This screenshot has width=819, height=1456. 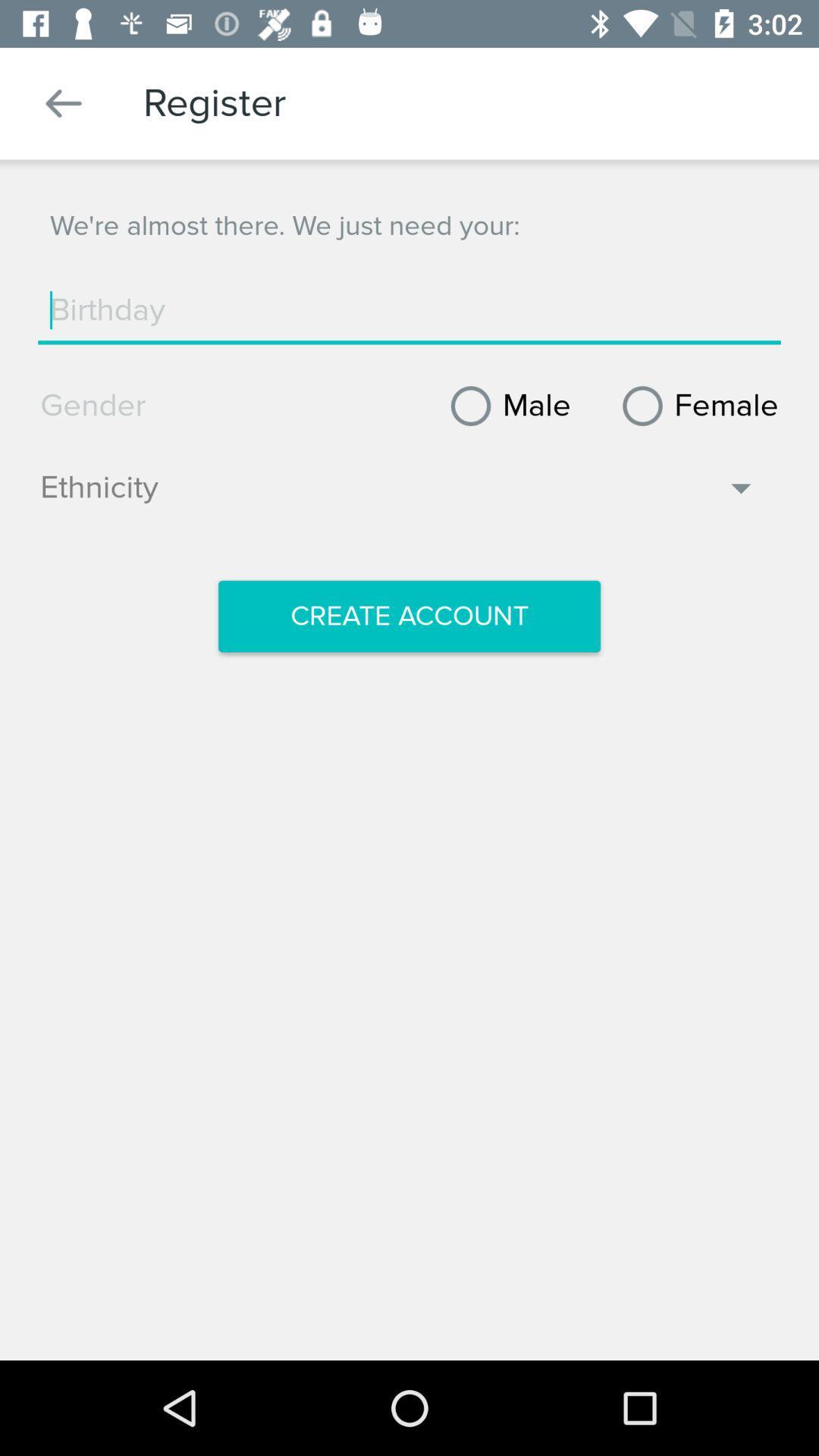 I want to click on the app next to the register icon, so click(x=63, y=102).